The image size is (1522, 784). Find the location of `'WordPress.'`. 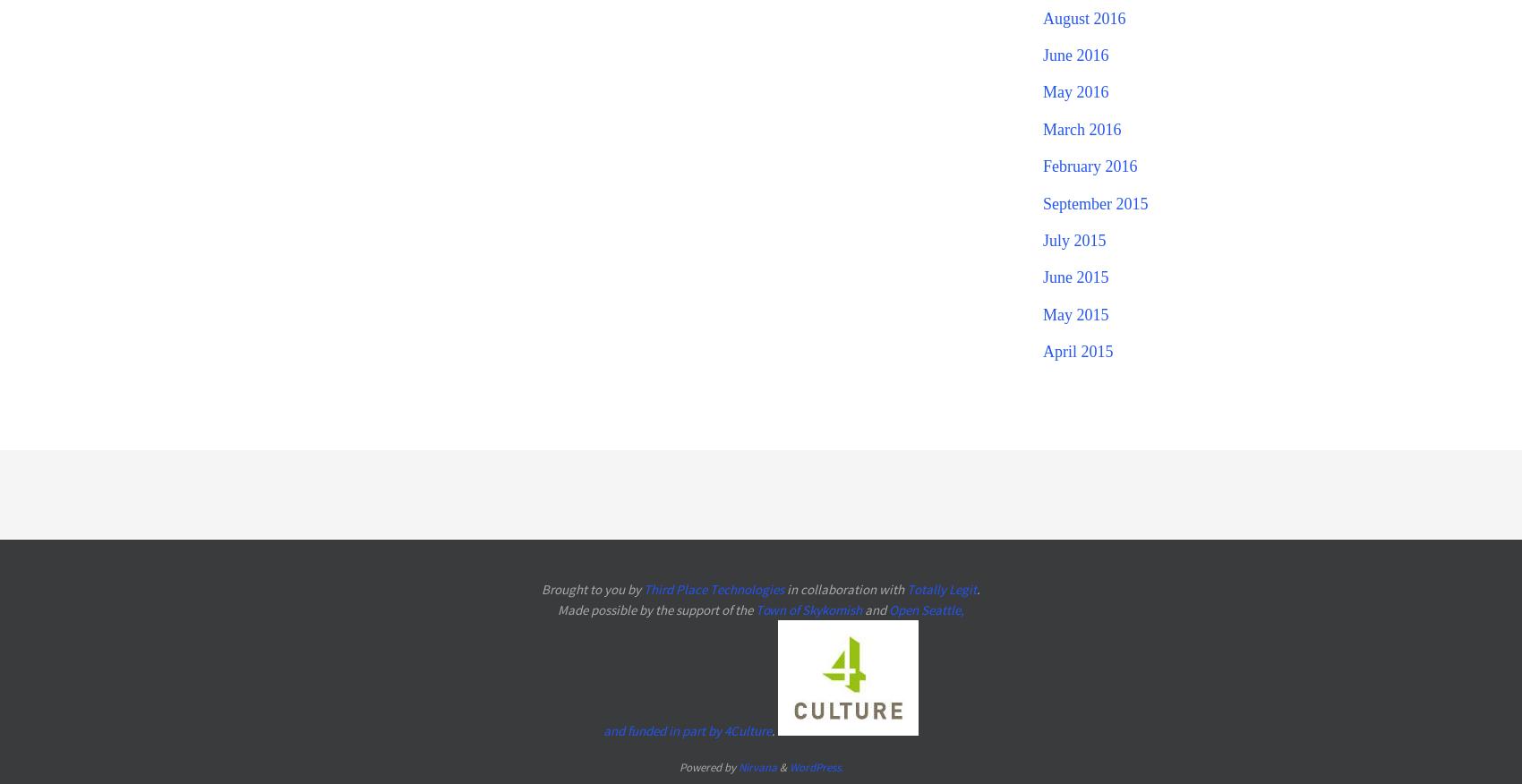

'WordPress.' is located at coordinates (816, 766).